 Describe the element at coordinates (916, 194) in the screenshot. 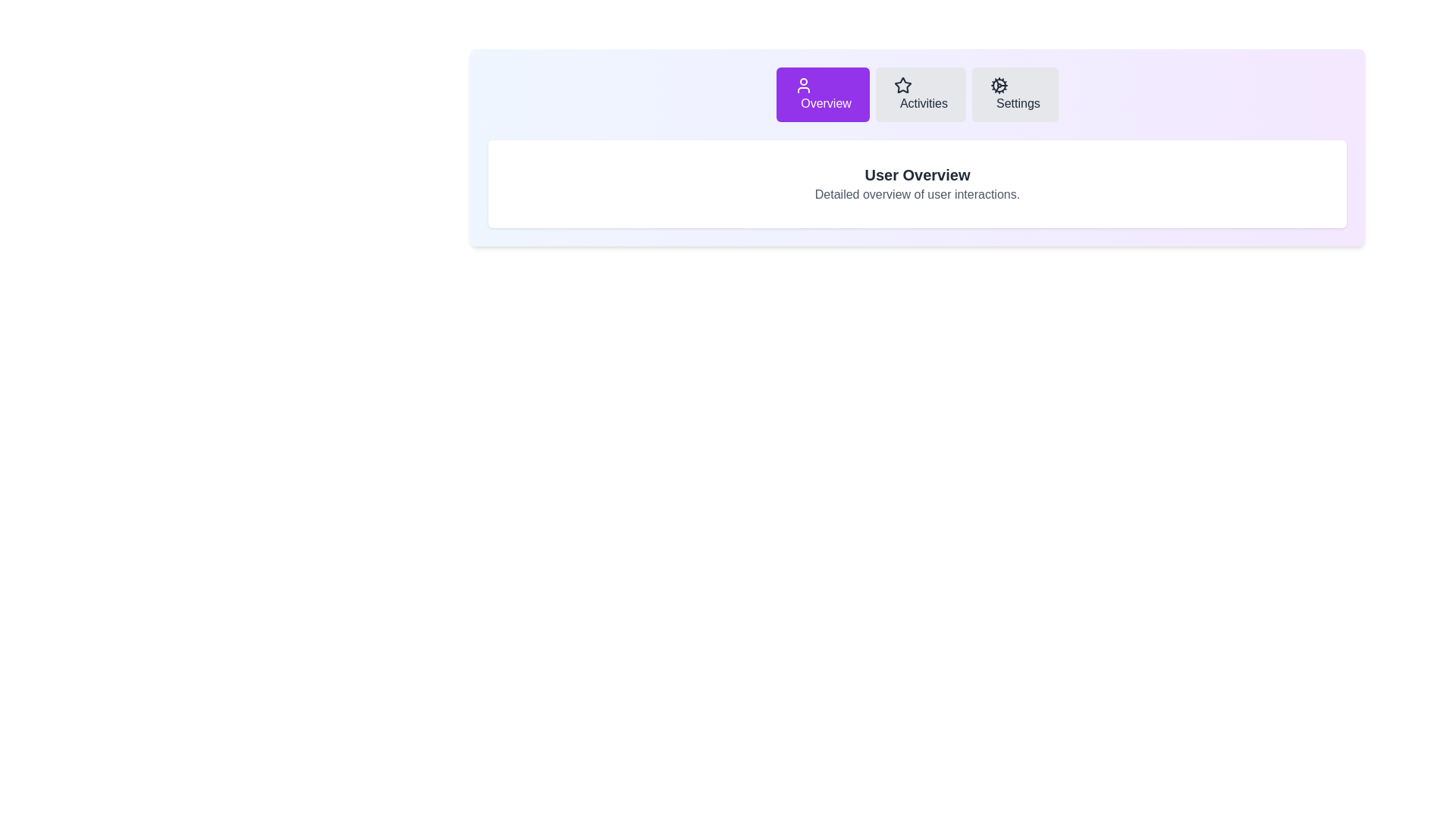

I see `text label that says 'Detailed overview of user interactions.' located below 'User Overview.'` at that location.